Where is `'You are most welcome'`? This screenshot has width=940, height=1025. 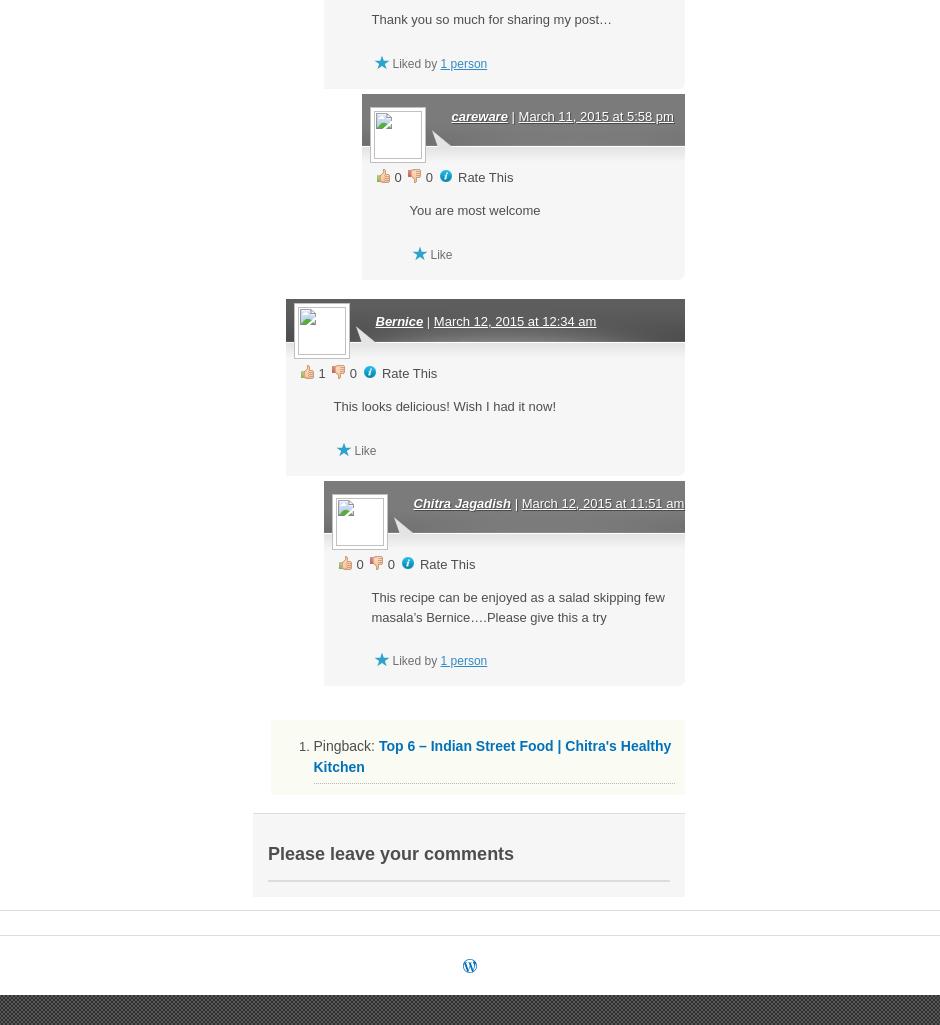 'You are most welcome' is located at coordinates (474, 210).